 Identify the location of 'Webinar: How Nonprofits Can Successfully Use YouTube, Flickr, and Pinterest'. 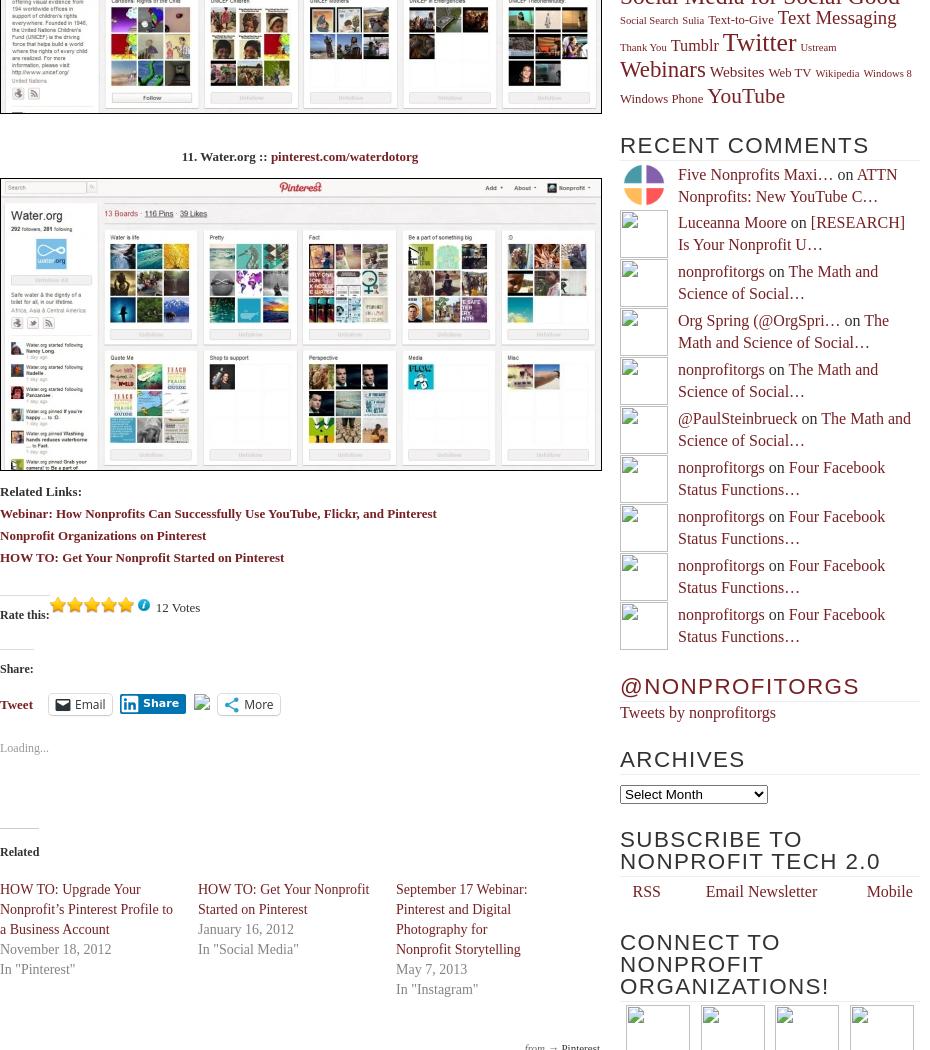
(216, 511).